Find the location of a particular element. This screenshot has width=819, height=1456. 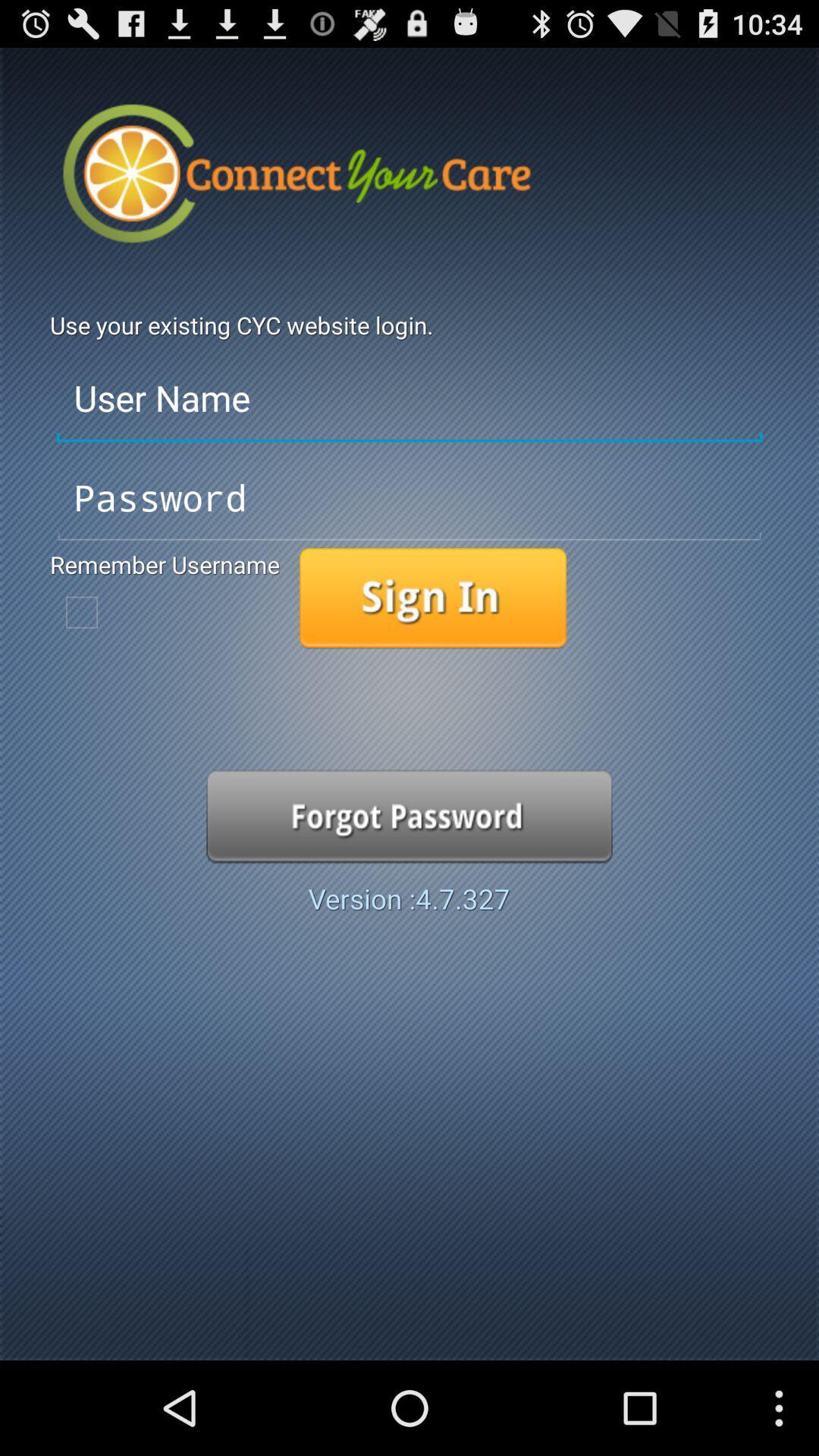

into the page is located at coordinates (433, 598).